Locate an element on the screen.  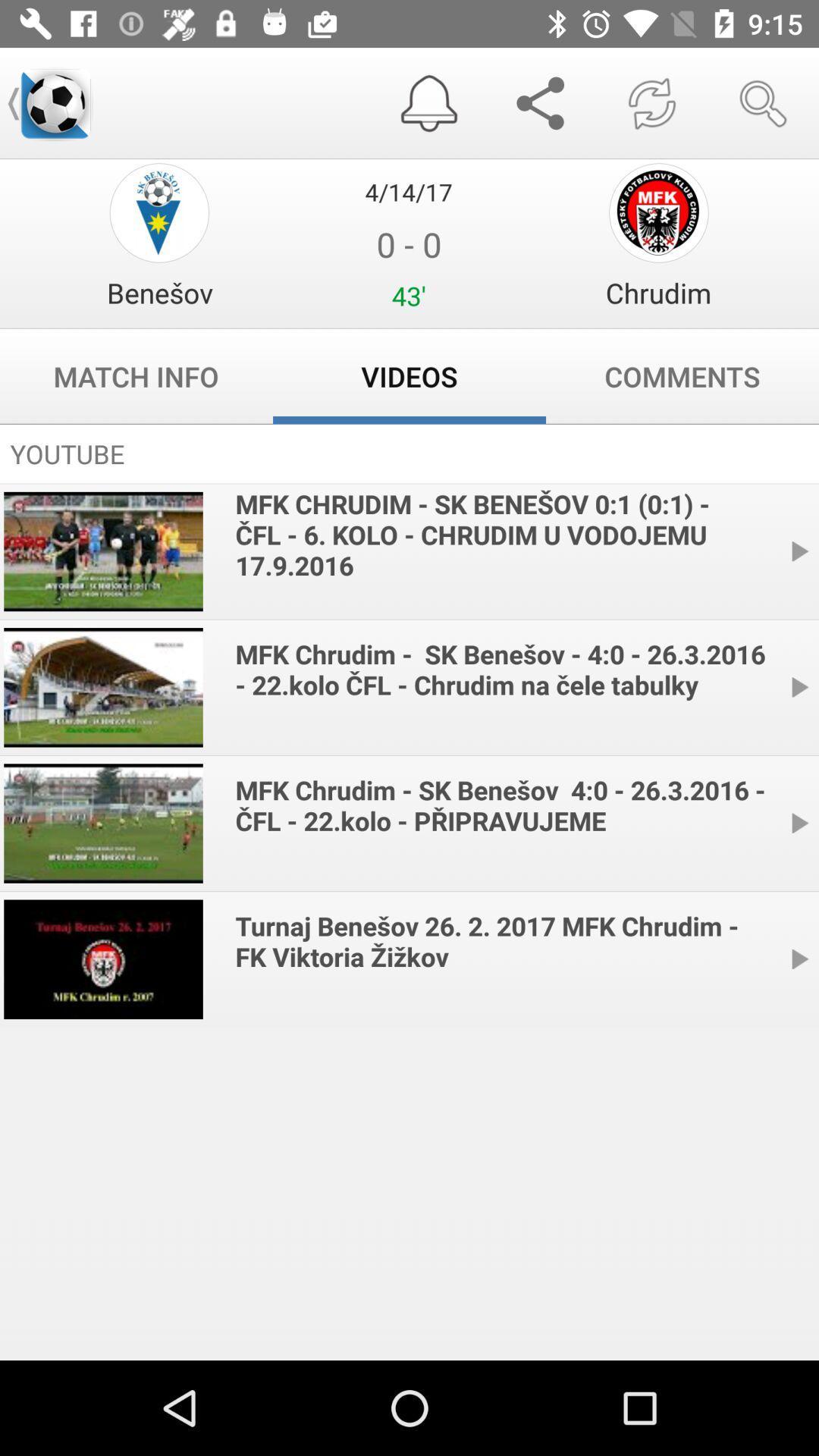
item below the 4/14/17 is located at coordinates (159, 293).